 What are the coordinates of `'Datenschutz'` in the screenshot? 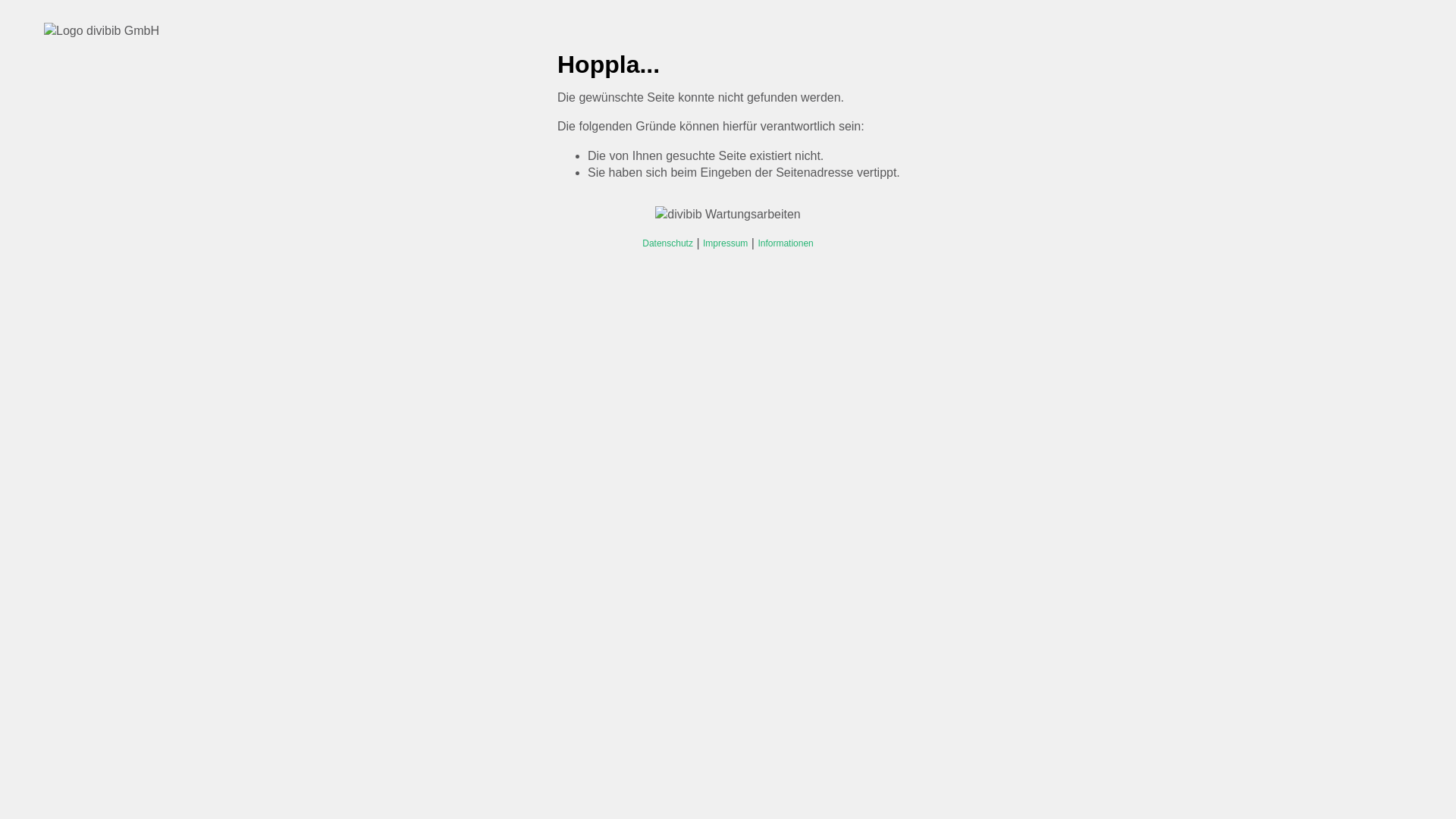 It's located at (667, 243).